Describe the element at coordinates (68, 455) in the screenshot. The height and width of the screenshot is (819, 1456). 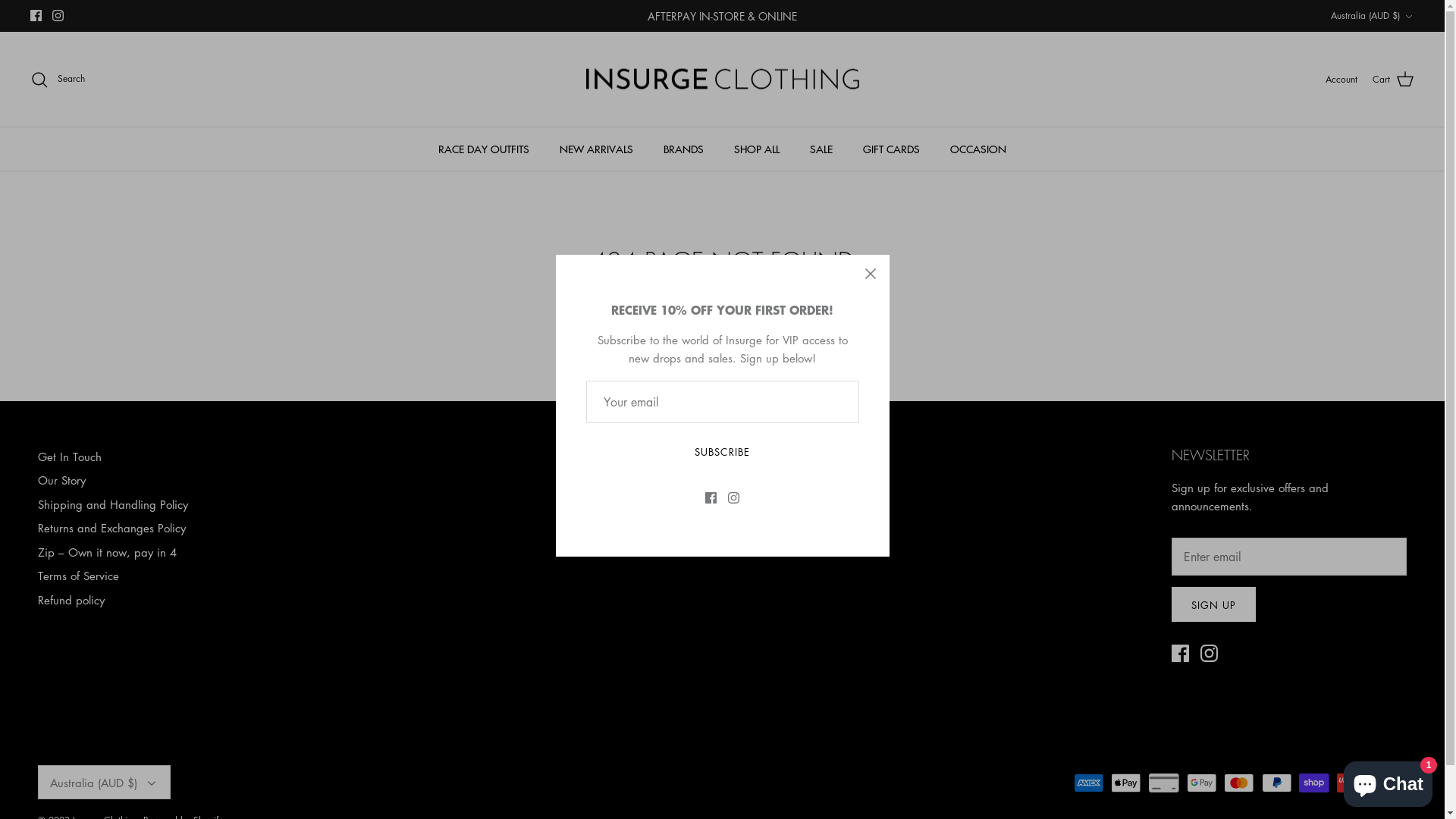
I see `'Get In Touch'` at that location.